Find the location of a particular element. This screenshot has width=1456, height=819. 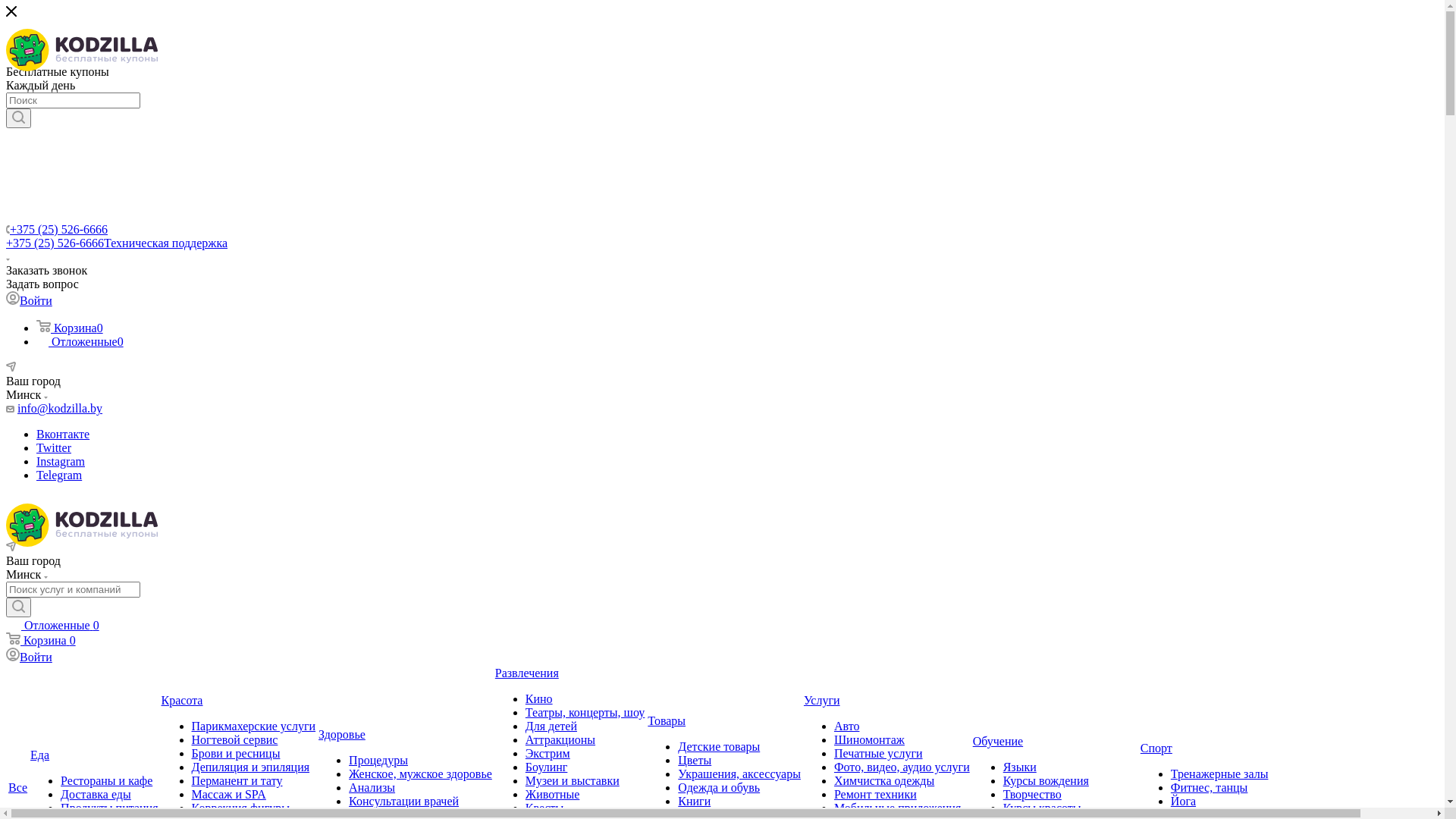

'Instagram' is located at coordinates (61, 460).